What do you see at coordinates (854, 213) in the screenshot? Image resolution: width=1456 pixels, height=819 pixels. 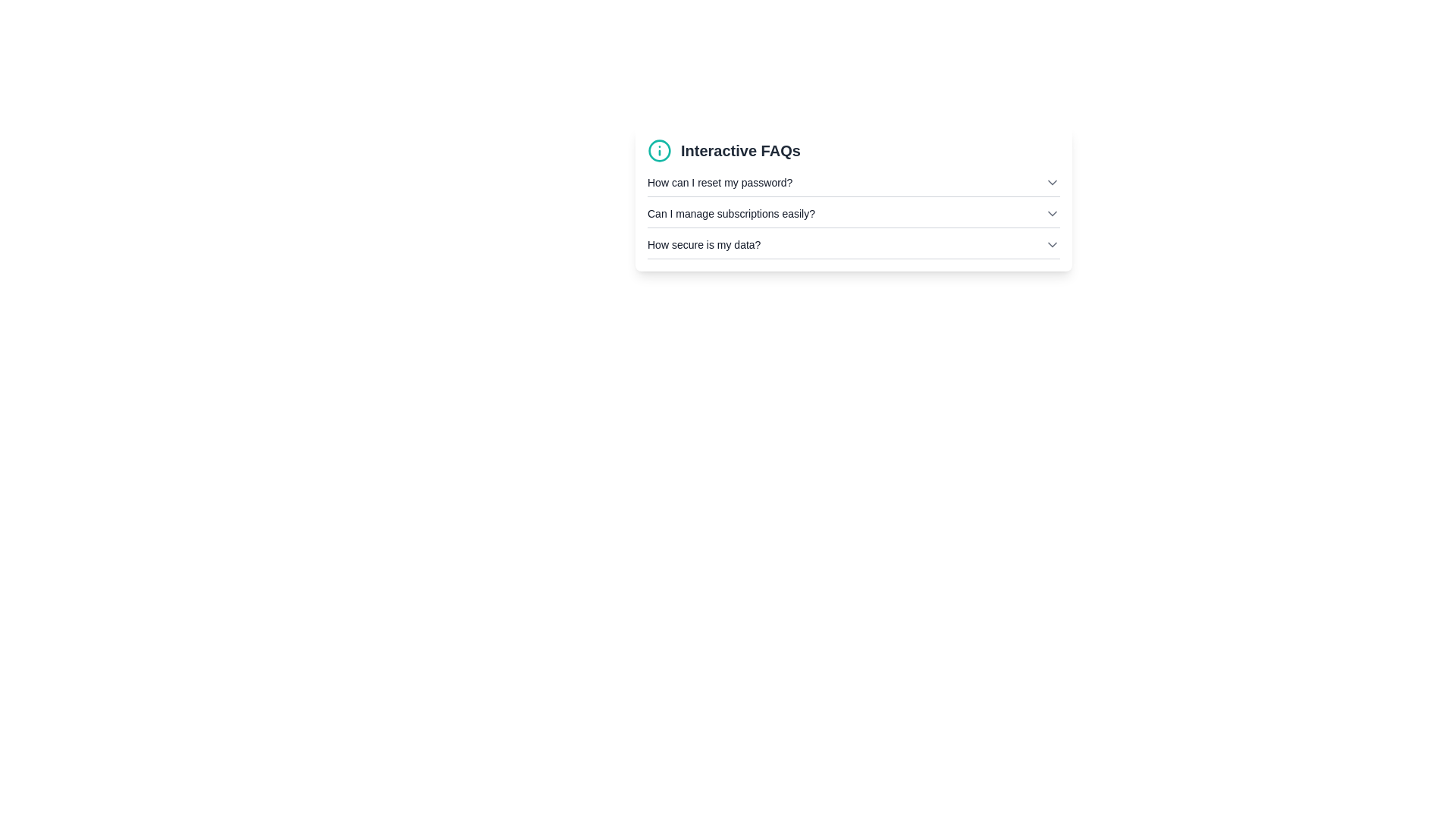 I see `the second Collapsible FAQ entry in the 'Interactive FAQs' section, which is related to the query 'Can I manage subscriptions easily?'` at bounding box center [854, 213].